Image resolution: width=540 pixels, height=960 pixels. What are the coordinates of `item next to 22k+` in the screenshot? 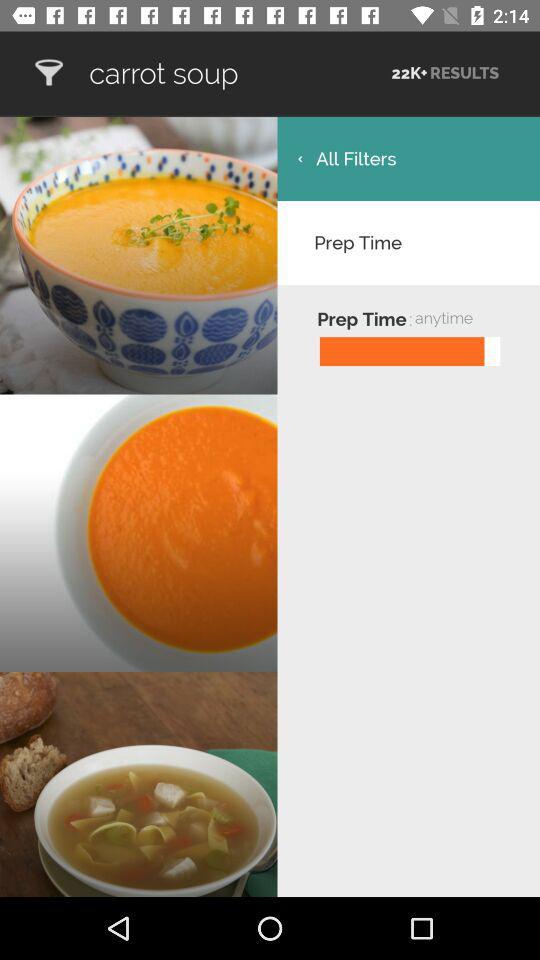 It's located at (238, 73).